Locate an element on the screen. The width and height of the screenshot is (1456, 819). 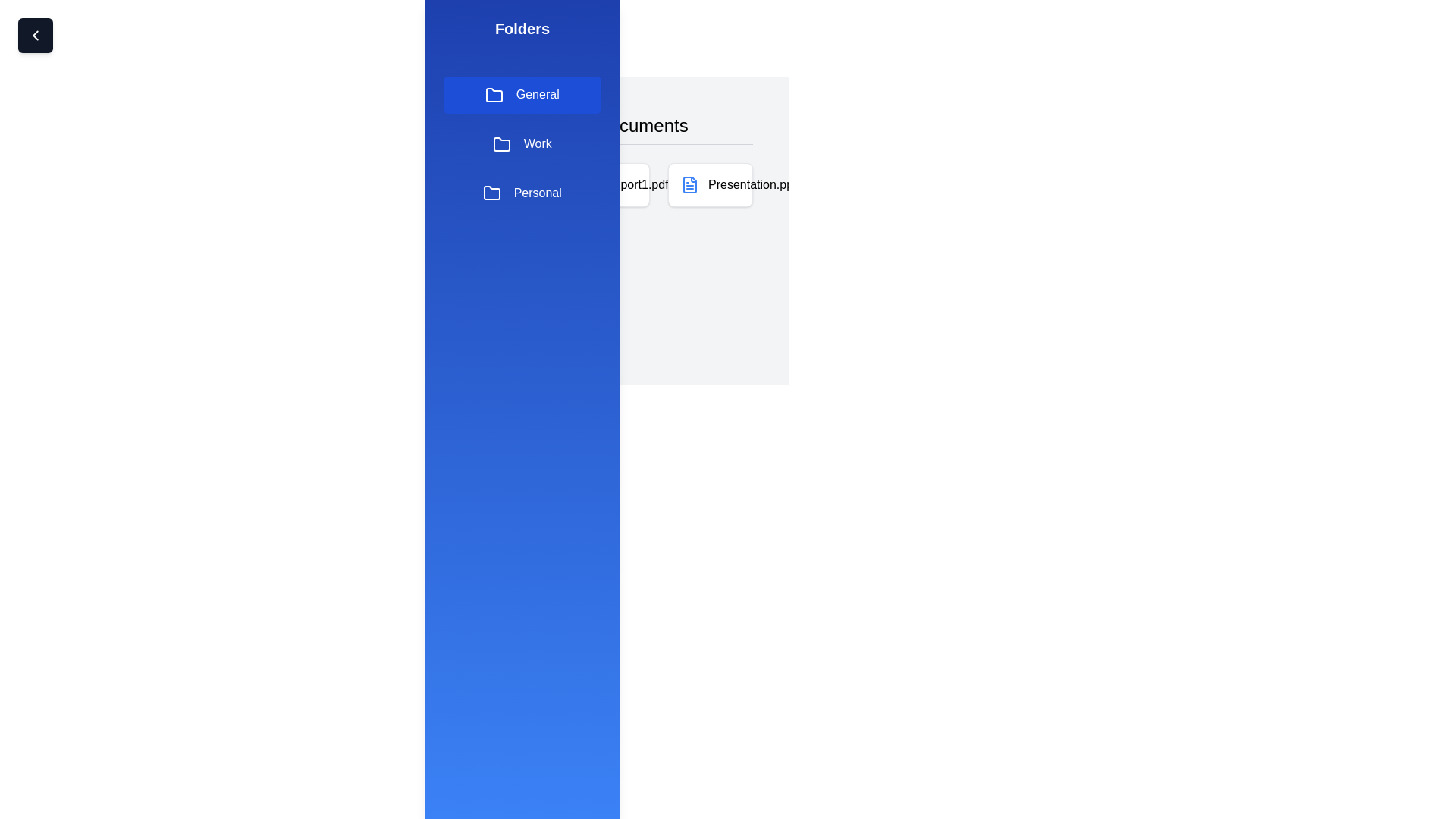
the first folder icon in the sidebar, which is styled in blue and white and located near the label 'Personal' is located at coordinates (483, 184).